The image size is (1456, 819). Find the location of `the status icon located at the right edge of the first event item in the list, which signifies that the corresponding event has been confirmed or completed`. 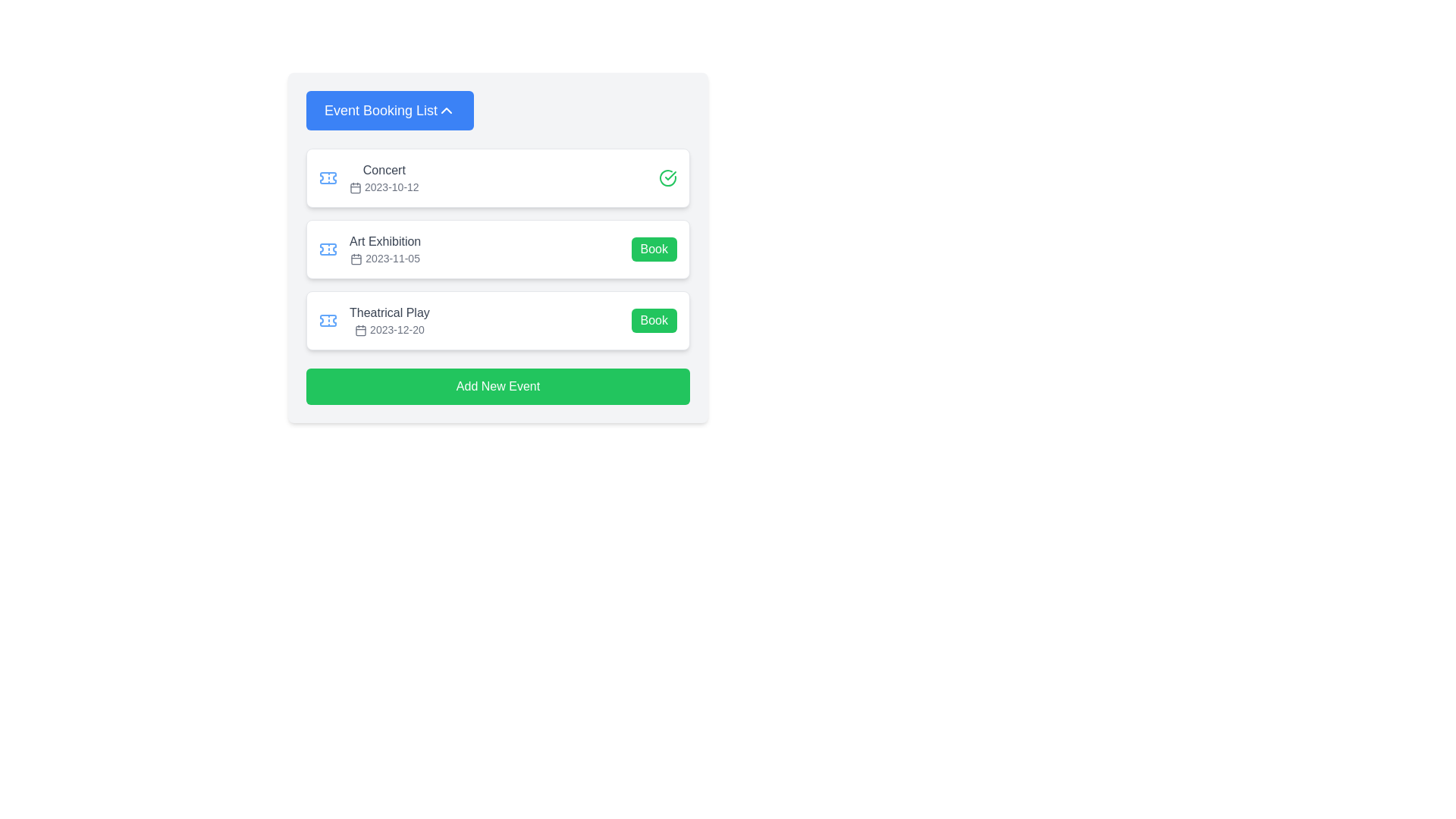

the status icon located at the right edge of the first event item in the list, which signifies that the corresponding event has been confirmed or completed is located at coordinates (667, 177).